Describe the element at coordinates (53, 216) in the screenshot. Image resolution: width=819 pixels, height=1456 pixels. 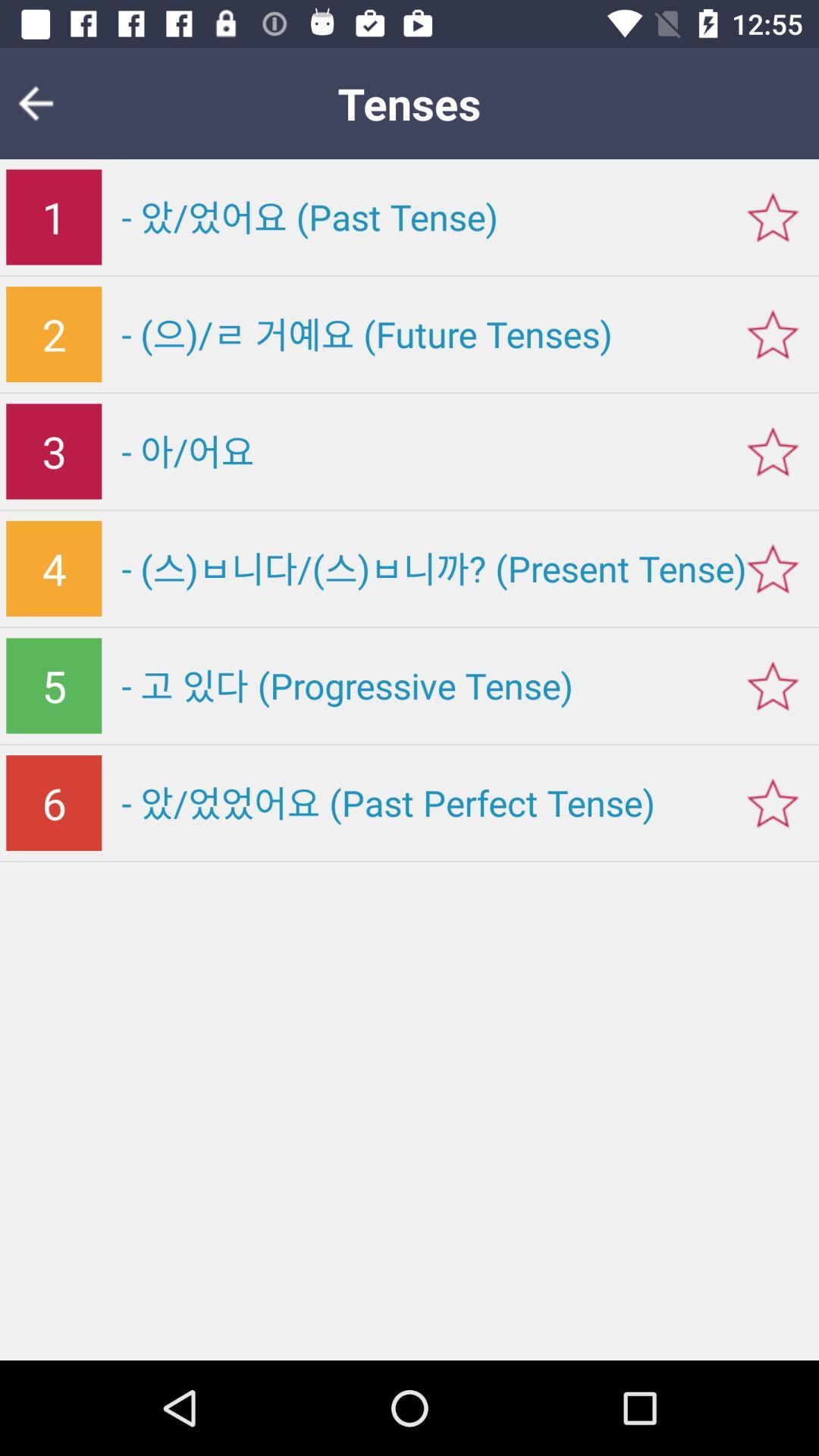
I see `icon above the 2 item` at that location.